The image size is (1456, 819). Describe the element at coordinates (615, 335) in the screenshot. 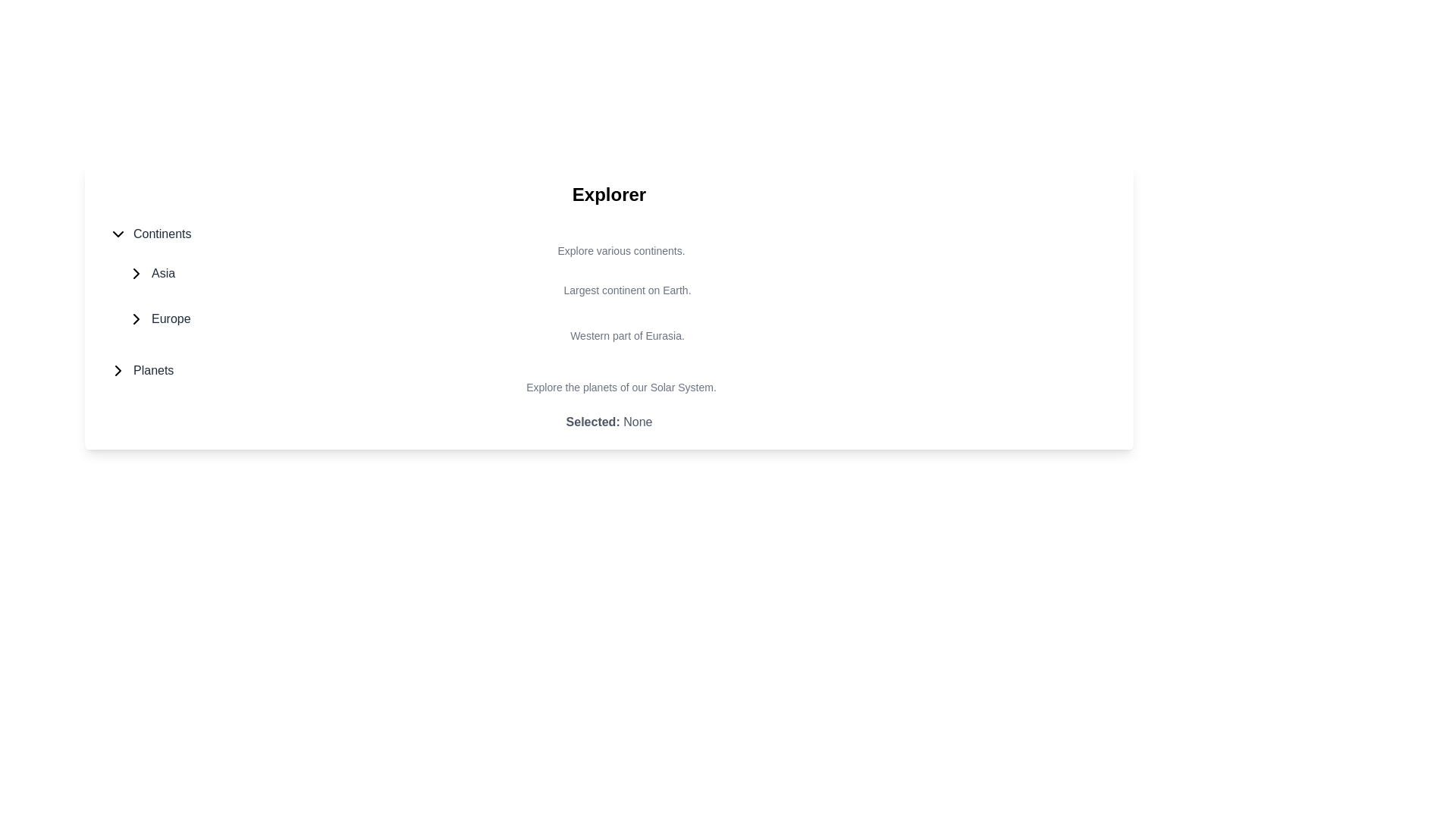

I see `text content of the informational description label located below the 'Europe' title in the UI` at that location.